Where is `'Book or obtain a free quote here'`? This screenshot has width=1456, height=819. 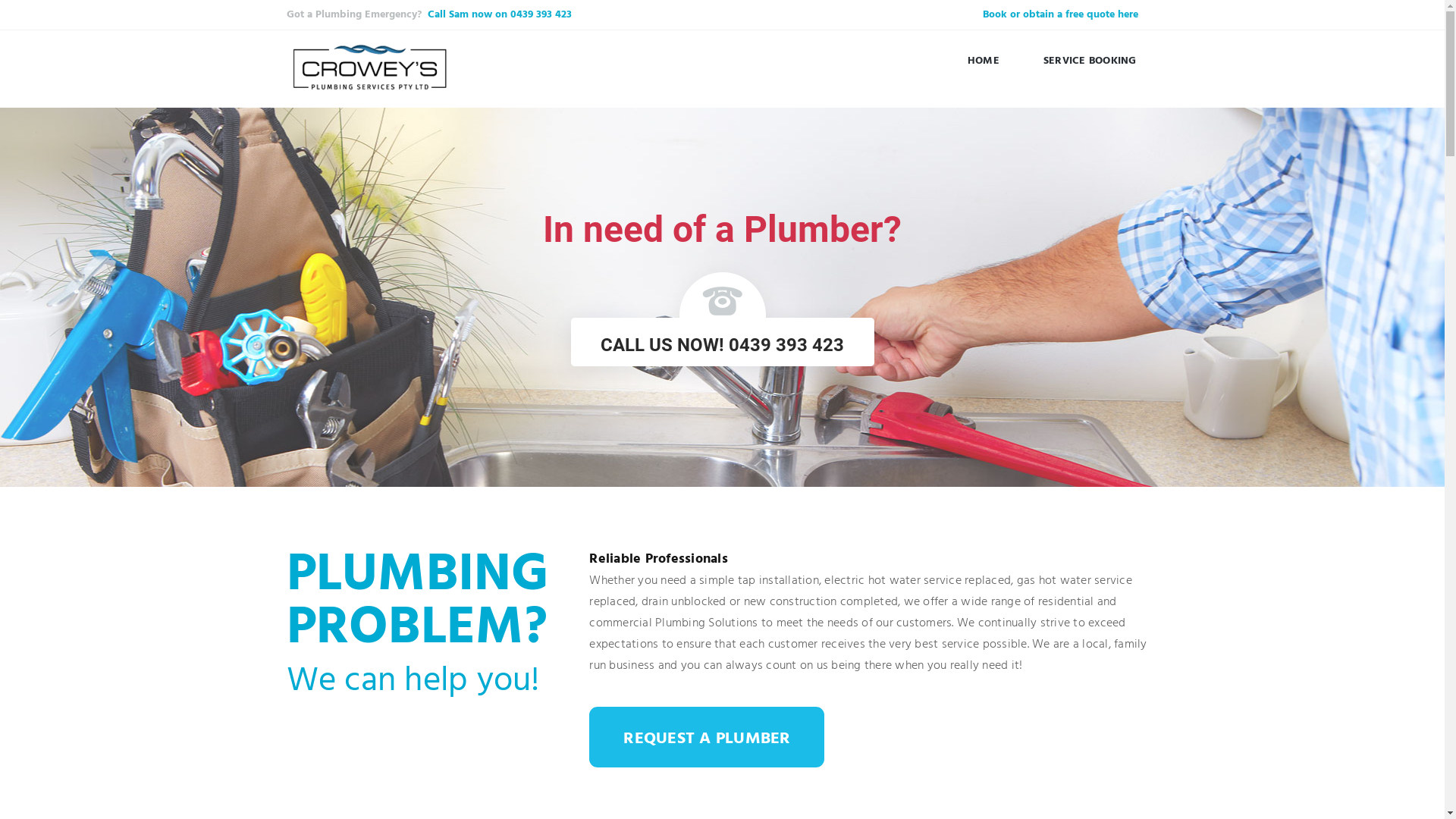
'Book or obtain a free quote here' is located at coordinates (1059, 14).